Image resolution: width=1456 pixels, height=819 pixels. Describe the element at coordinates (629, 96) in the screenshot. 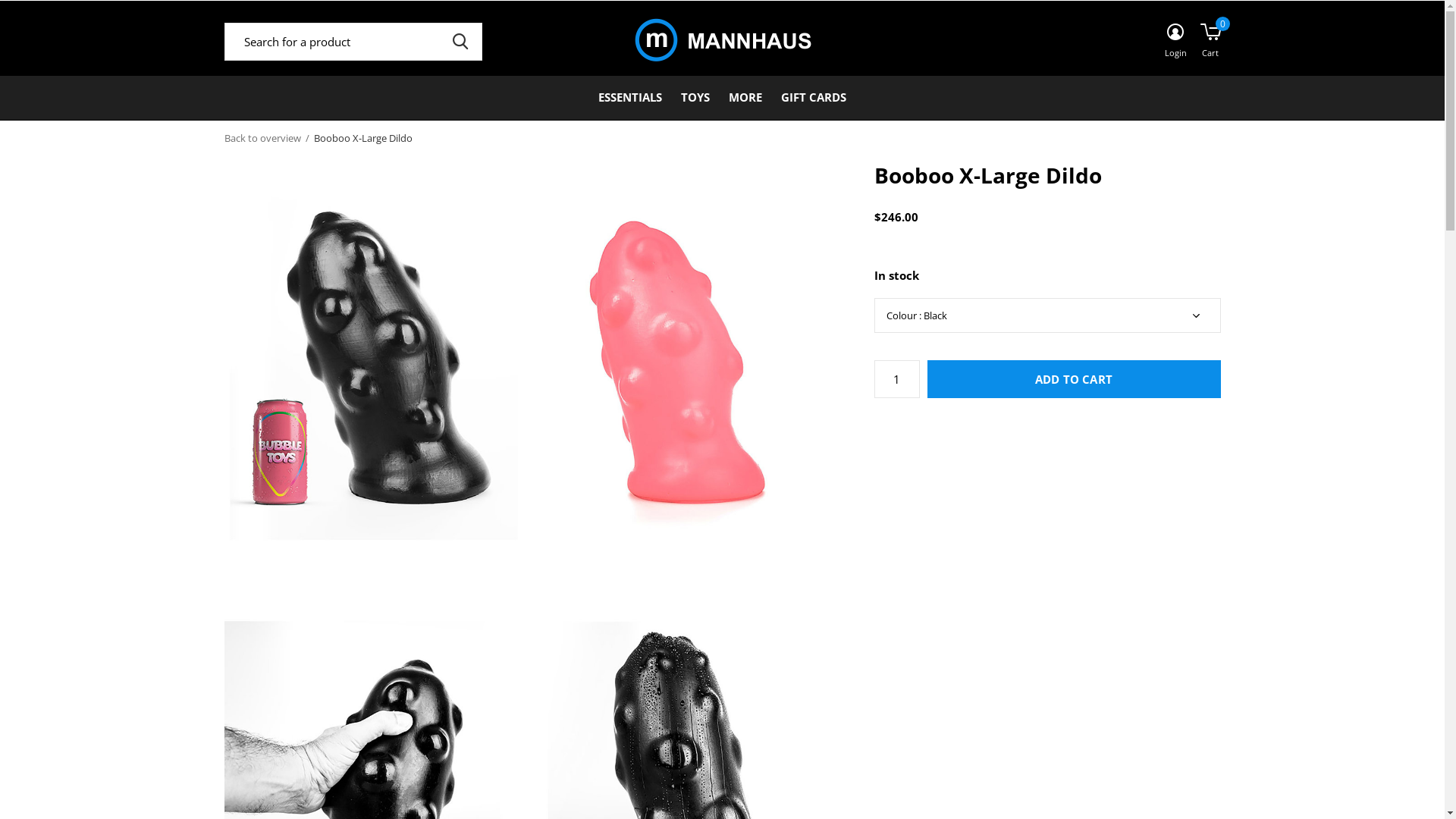

I see `'ESSENTIALS'` at that location.